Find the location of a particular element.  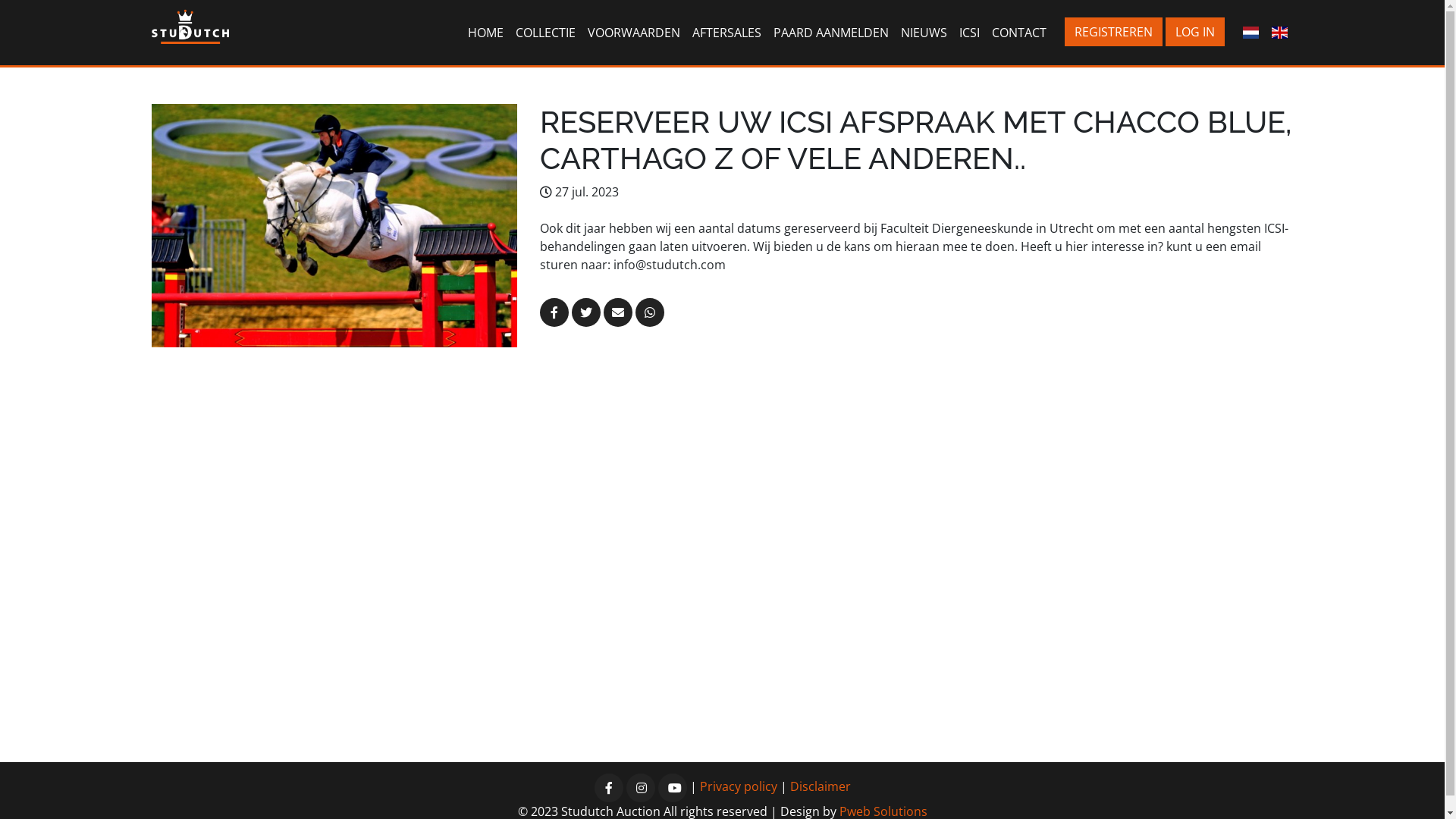

'COLLECTIE' is located at coordinates (545, 32).